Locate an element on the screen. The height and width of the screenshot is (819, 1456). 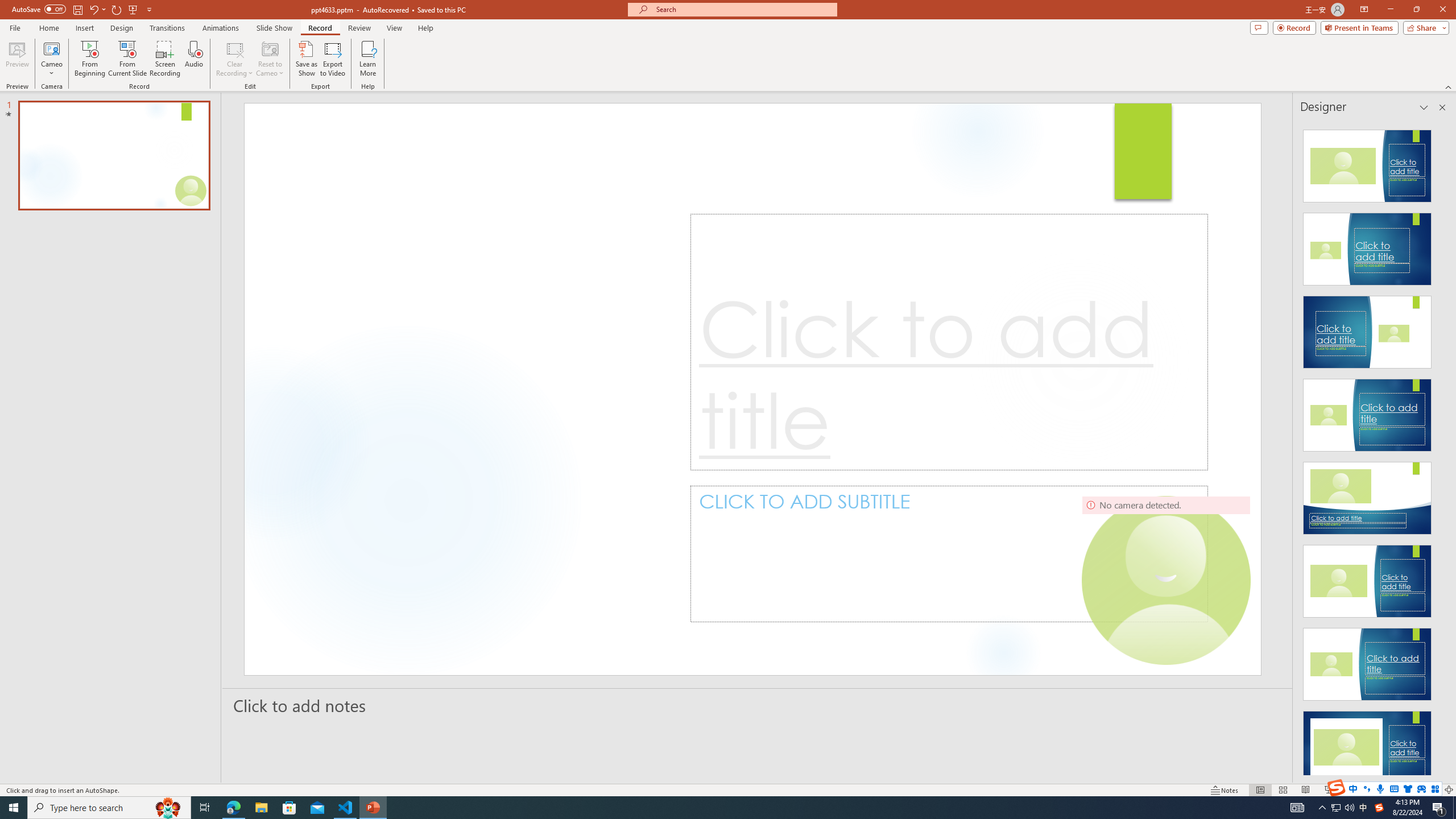
'Screen Recording' is located at coordinates (164, 59).